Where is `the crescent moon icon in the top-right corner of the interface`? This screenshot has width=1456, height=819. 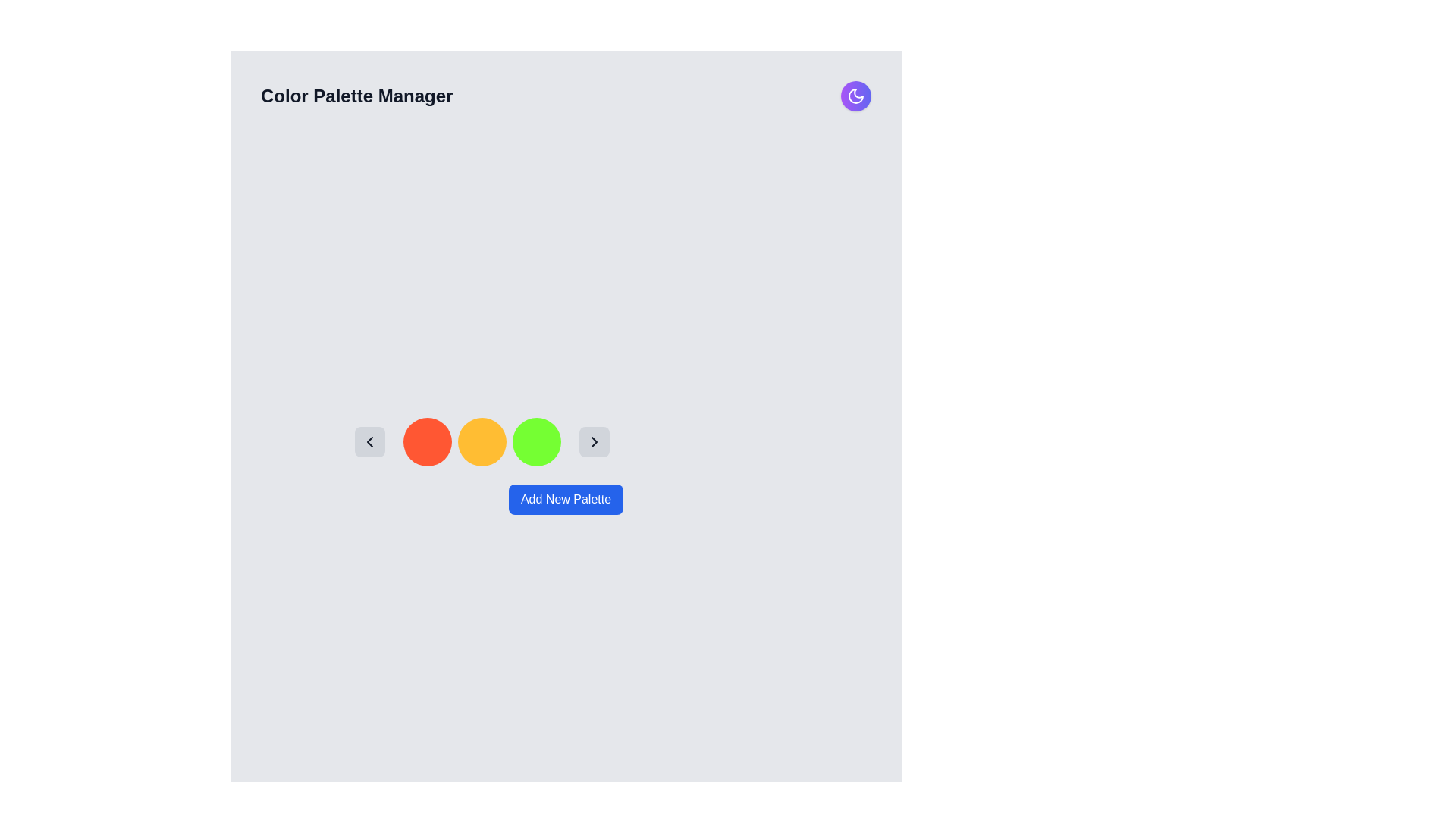 the crescent moon icon in the top-right corner of the interface is located at coordinates (855, 96).